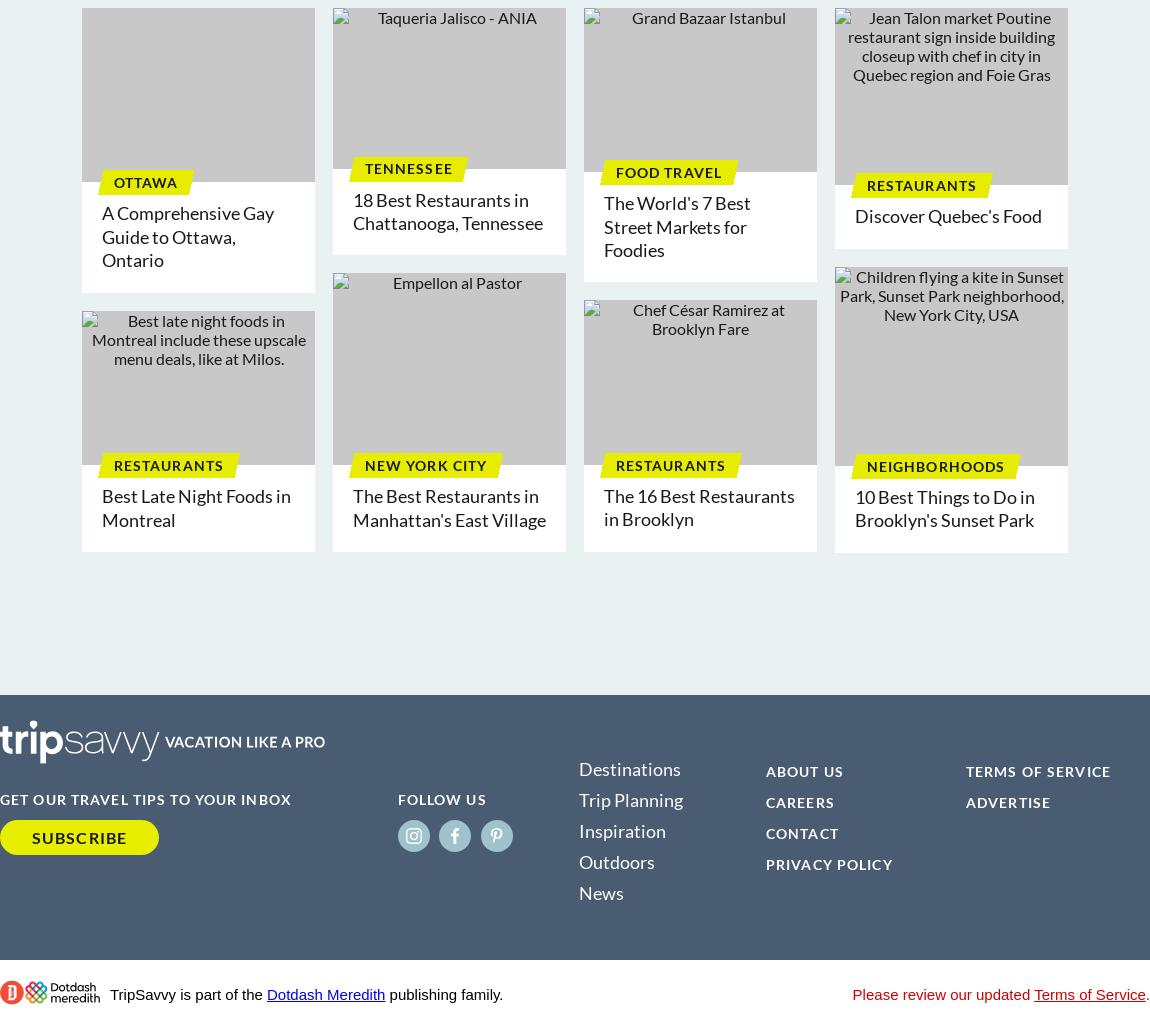  Describe the element at coordinates (187, 993) in the screenshot. I see `'TripSavvy is part of the'` at that location.